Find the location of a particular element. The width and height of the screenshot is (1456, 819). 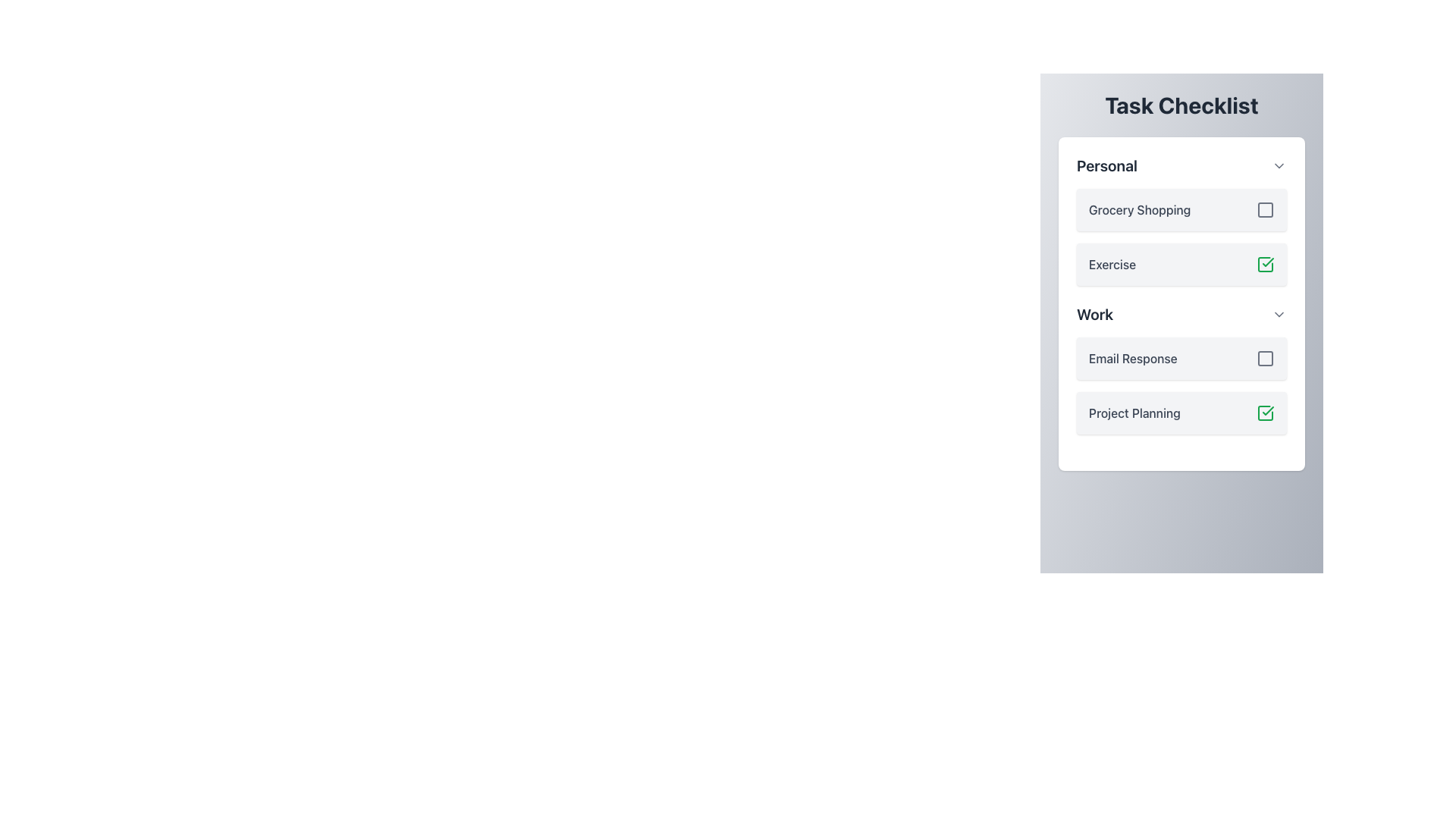

the decorative checkmark icon in the 'Task Checklist' application, which indicates the completion status of the 'Project Planning' task under the 'Work' category is located at coordinates (1266, 263).